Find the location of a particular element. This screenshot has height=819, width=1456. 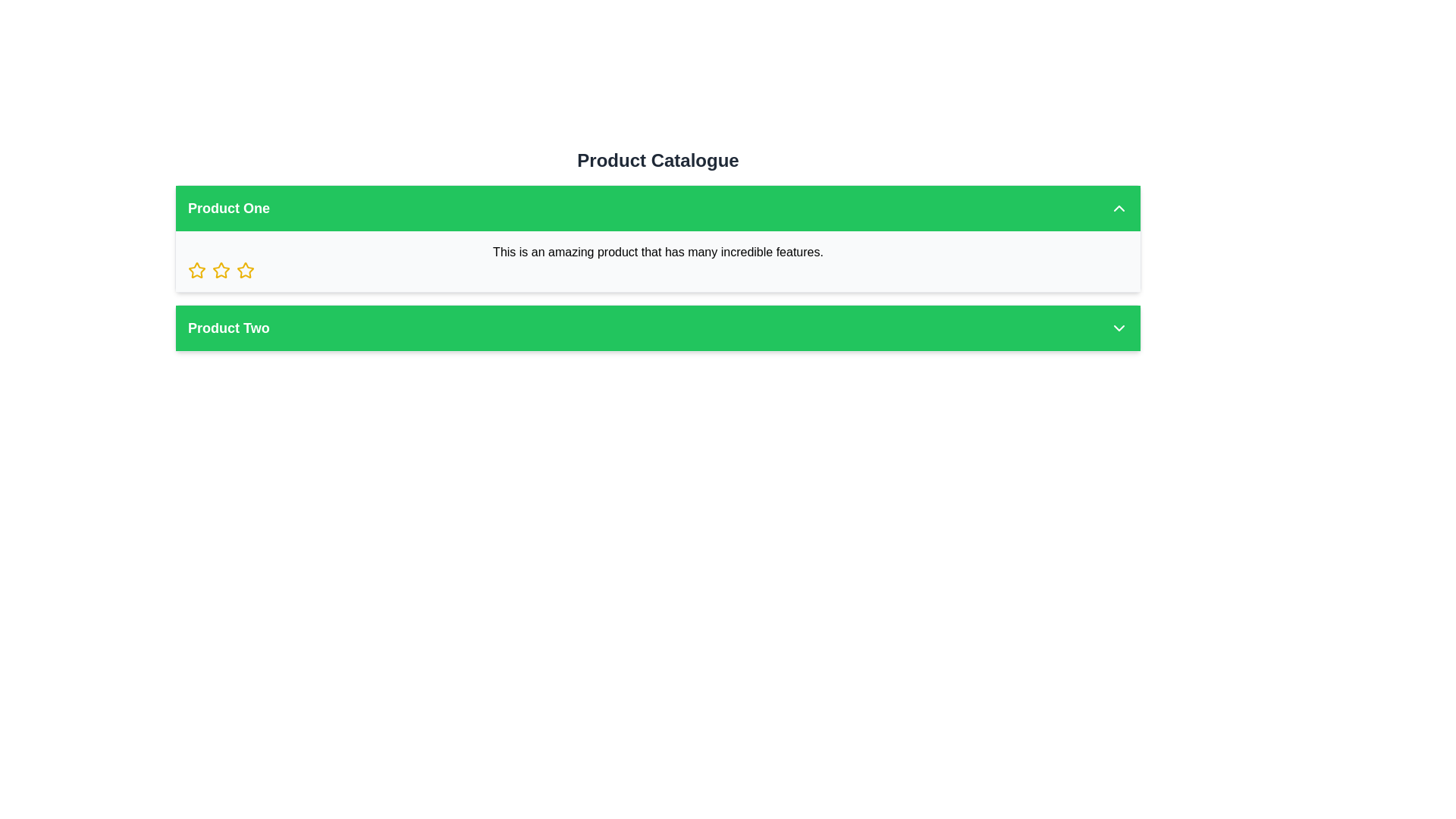

the third star of the graphical rating icon below the 'Product One' header is located at coordinates (246, 269).